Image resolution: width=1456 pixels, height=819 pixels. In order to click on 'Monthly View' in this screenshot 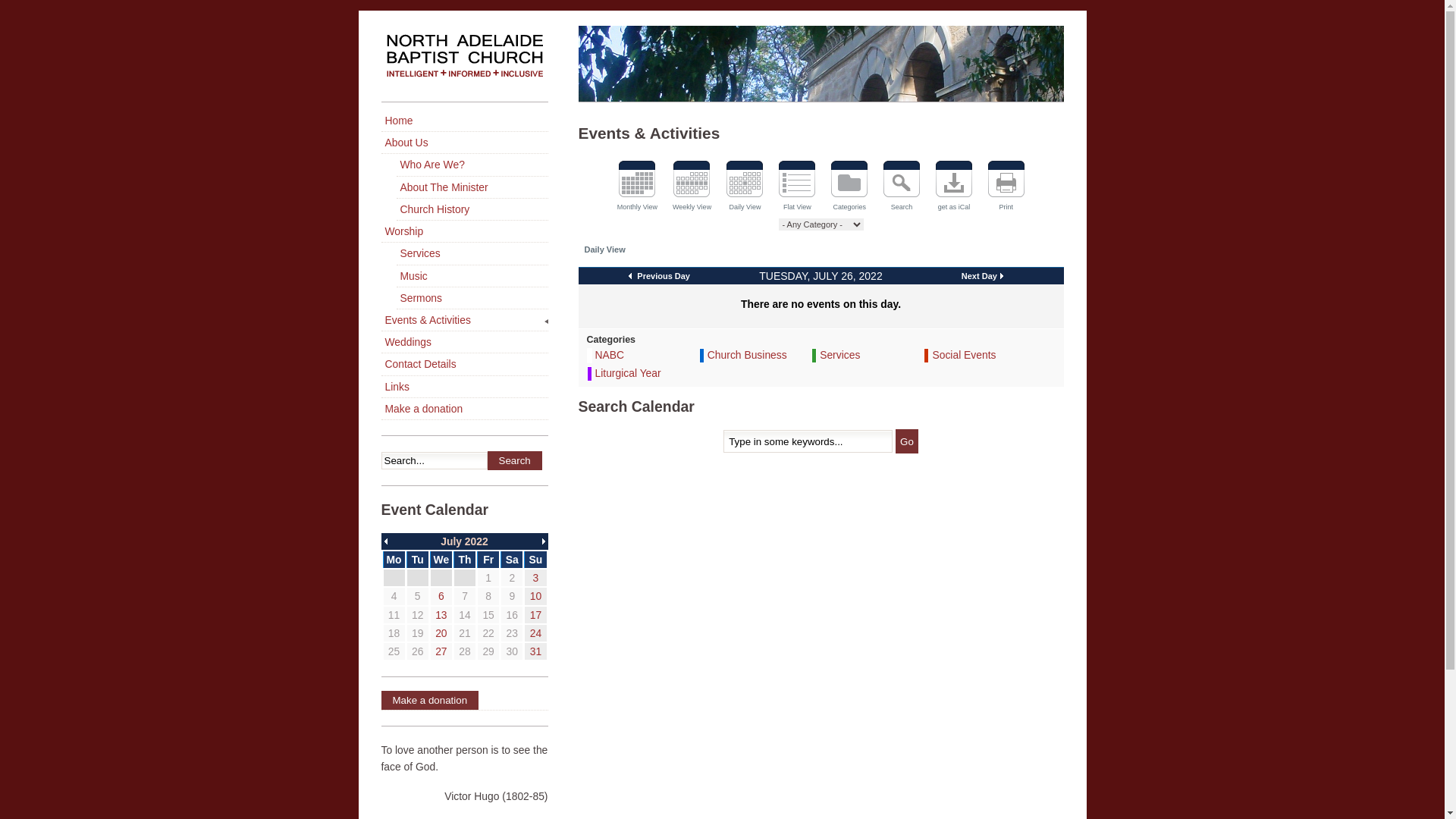, I will do `click(637, 187)`.